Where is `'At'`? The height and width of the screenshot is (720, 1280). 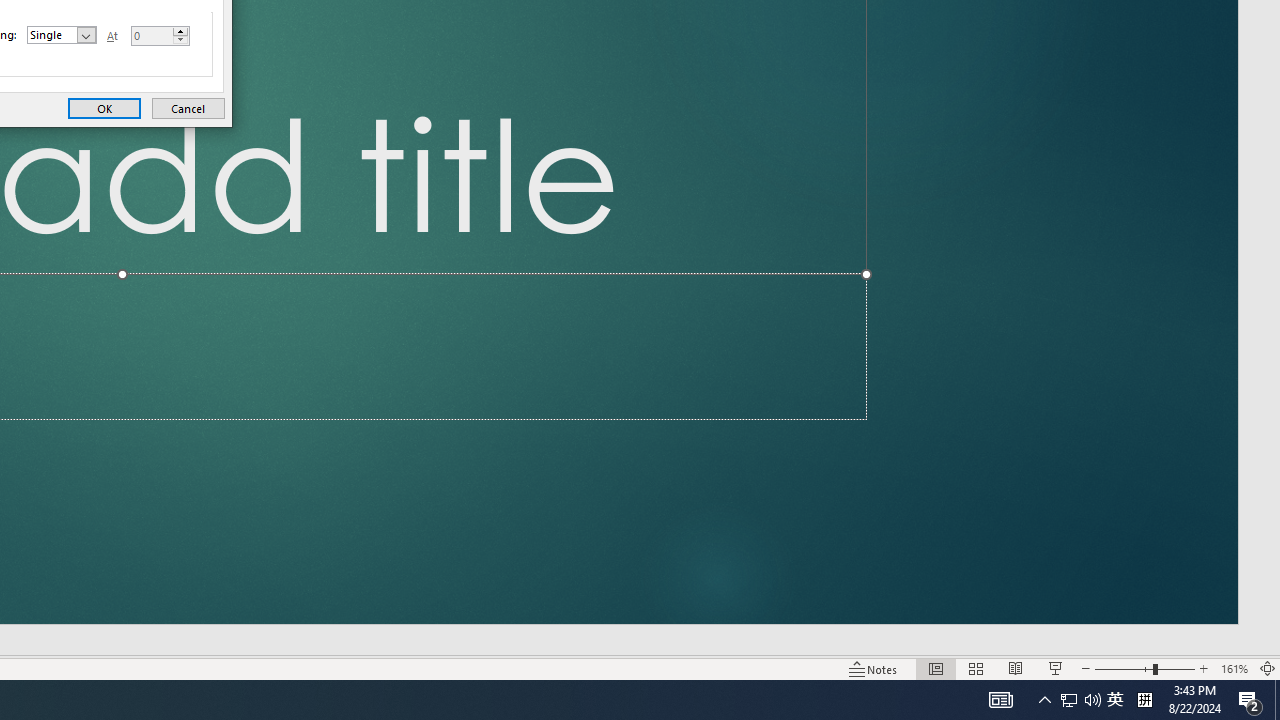 'At' is located at coordinates (150, 36).